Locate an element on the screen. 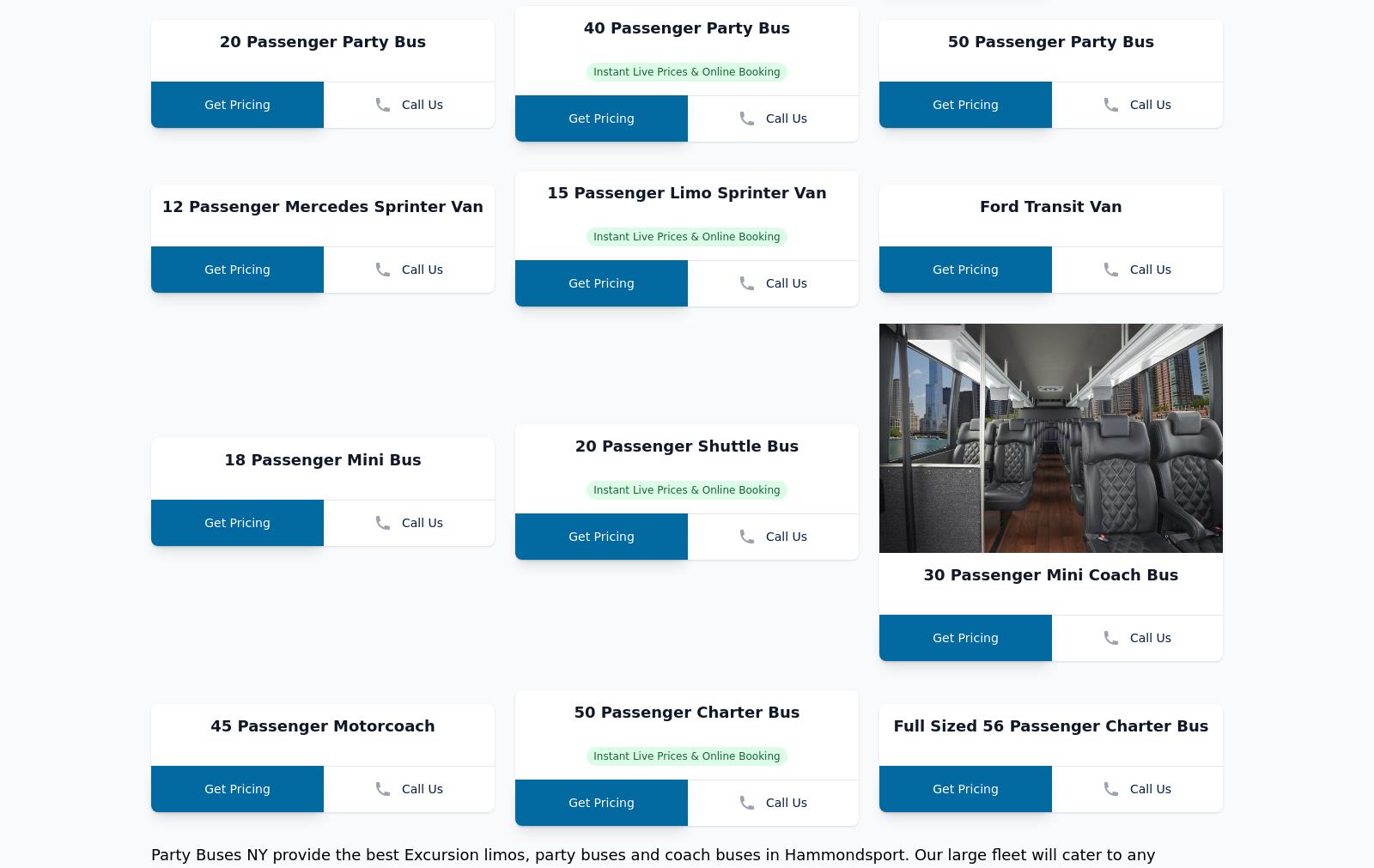  '20 Passenger Party Bus' is located at coordinates (322, 270).